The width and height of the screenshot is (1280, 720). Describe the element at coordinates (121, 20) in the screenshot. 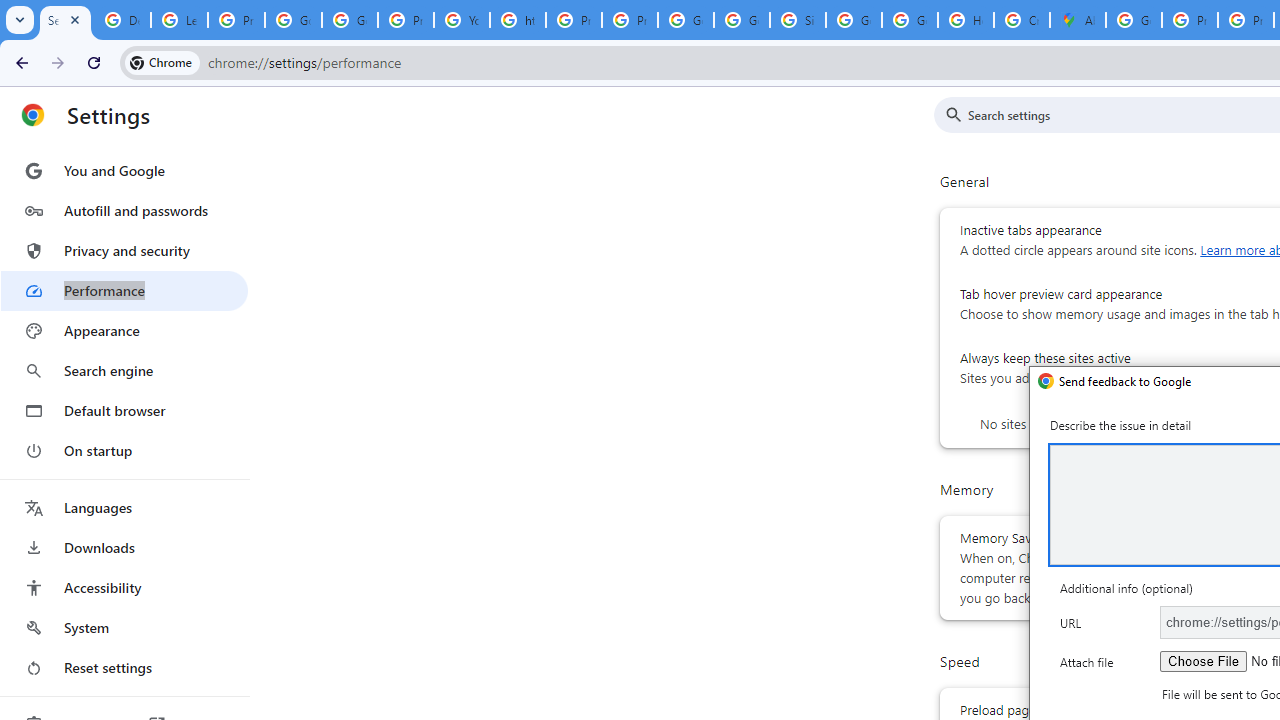

I see `'Delete photos & videos - Computer - Google Photos Help'` at that location.